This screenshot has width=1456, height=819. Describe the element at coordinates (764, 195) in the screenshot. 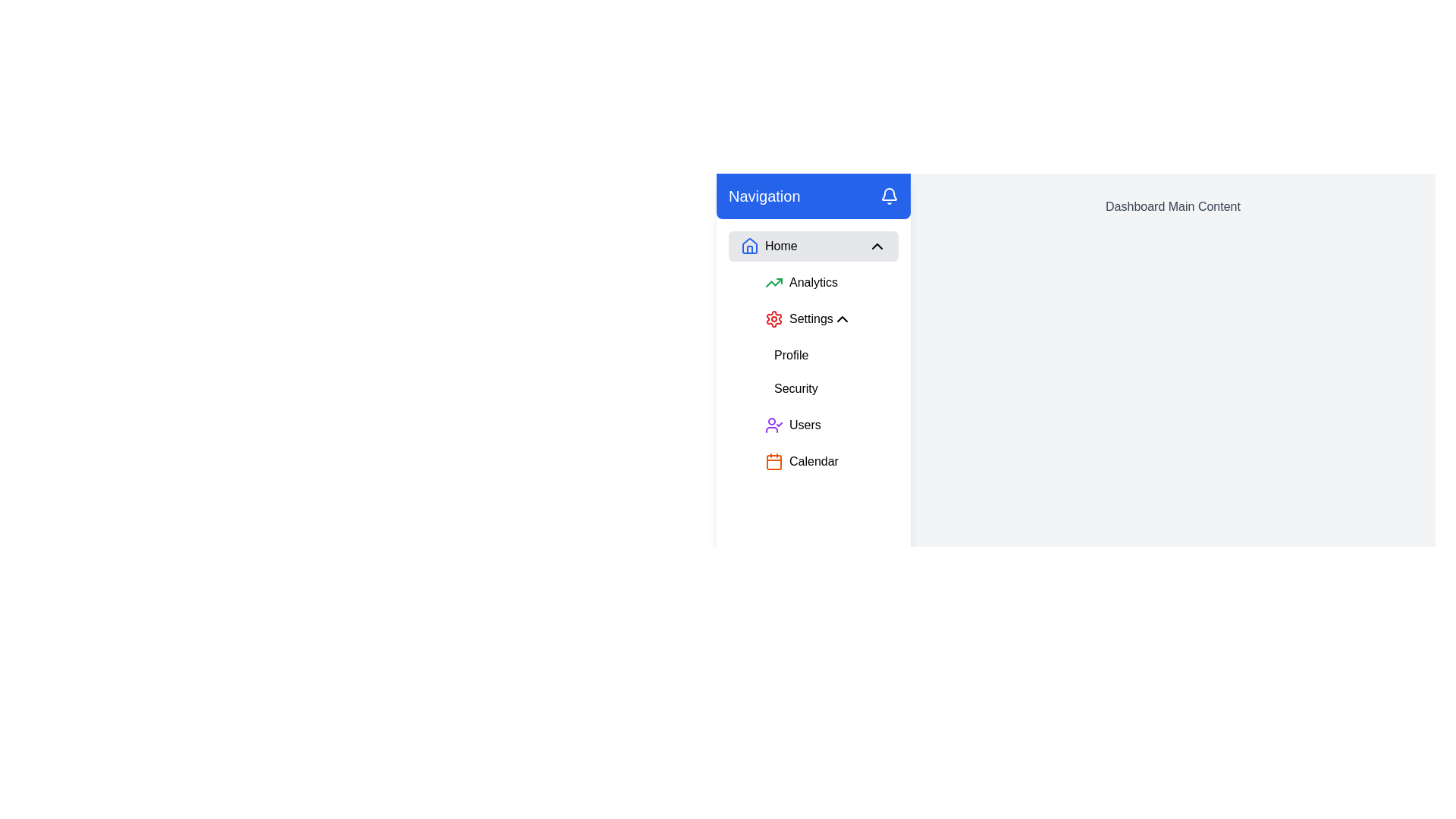

I see `the Text label located in the header section of the vertical navigation sidebar` at that location.